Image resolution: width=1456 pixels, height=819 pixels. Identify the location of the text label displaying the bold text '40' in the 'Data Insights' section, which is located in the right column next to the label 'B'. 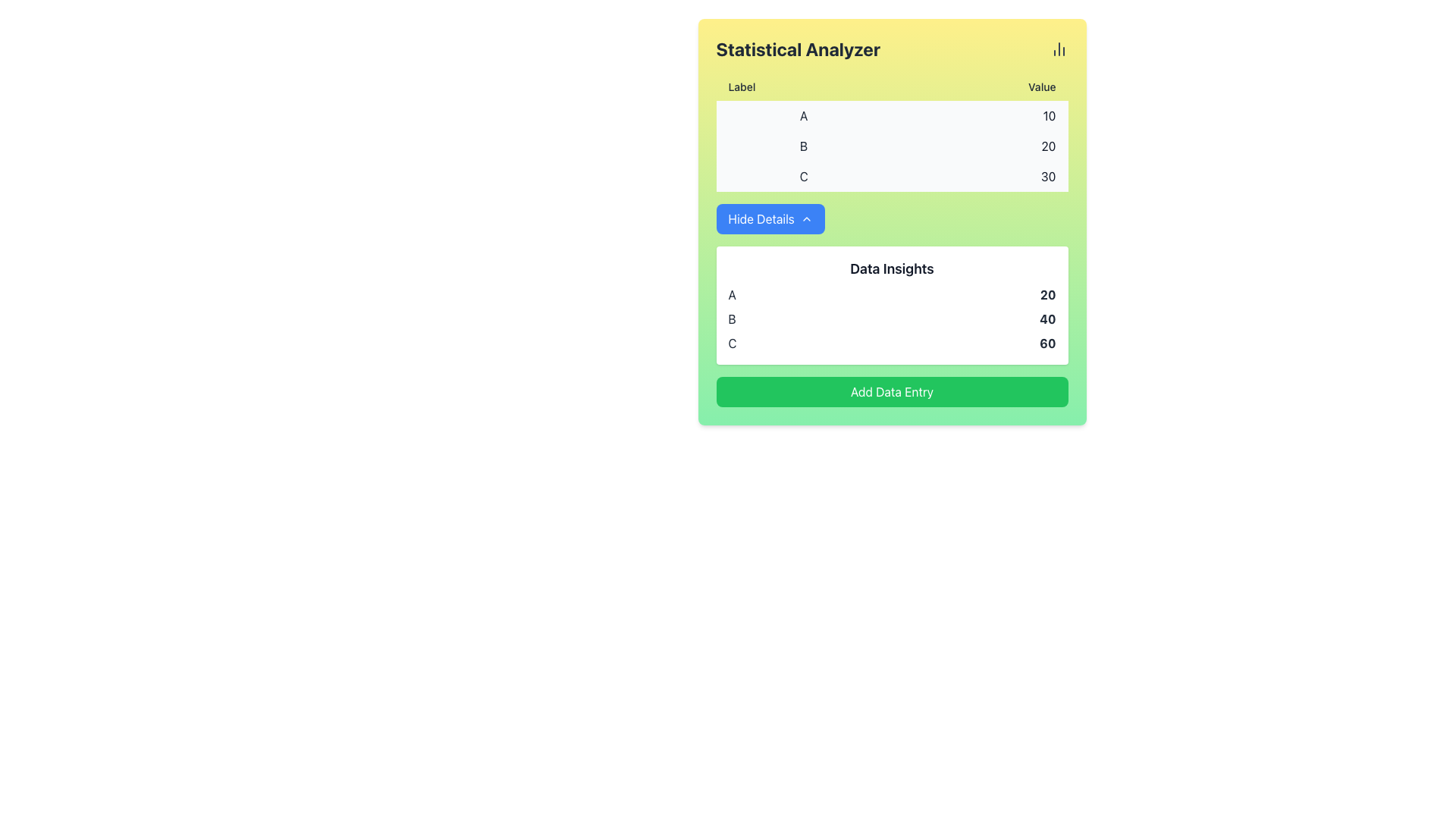
(1046, 318).